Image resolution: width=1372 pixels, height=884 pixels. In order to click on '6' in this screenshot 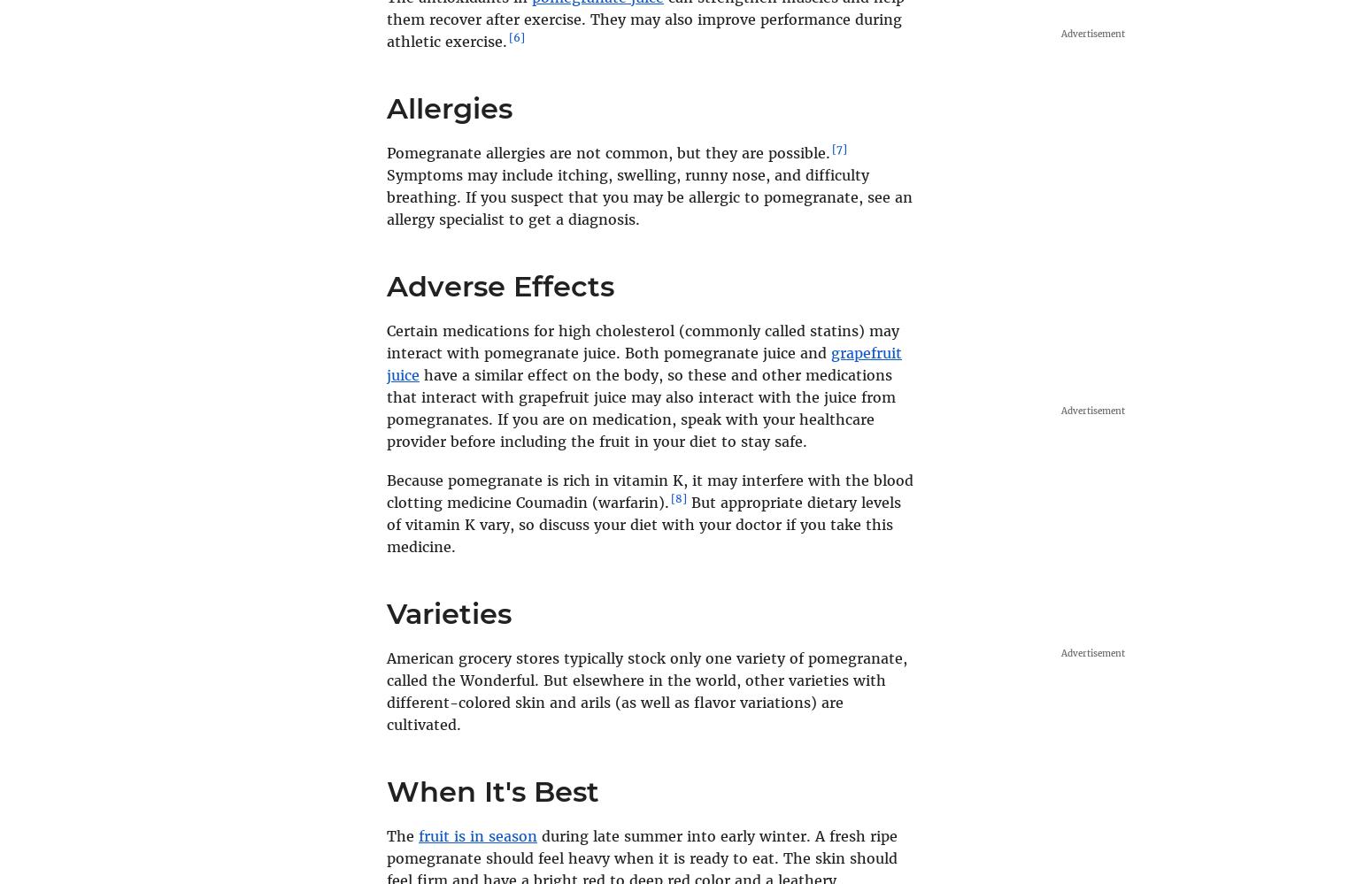, I will do `click(517, 37)`.